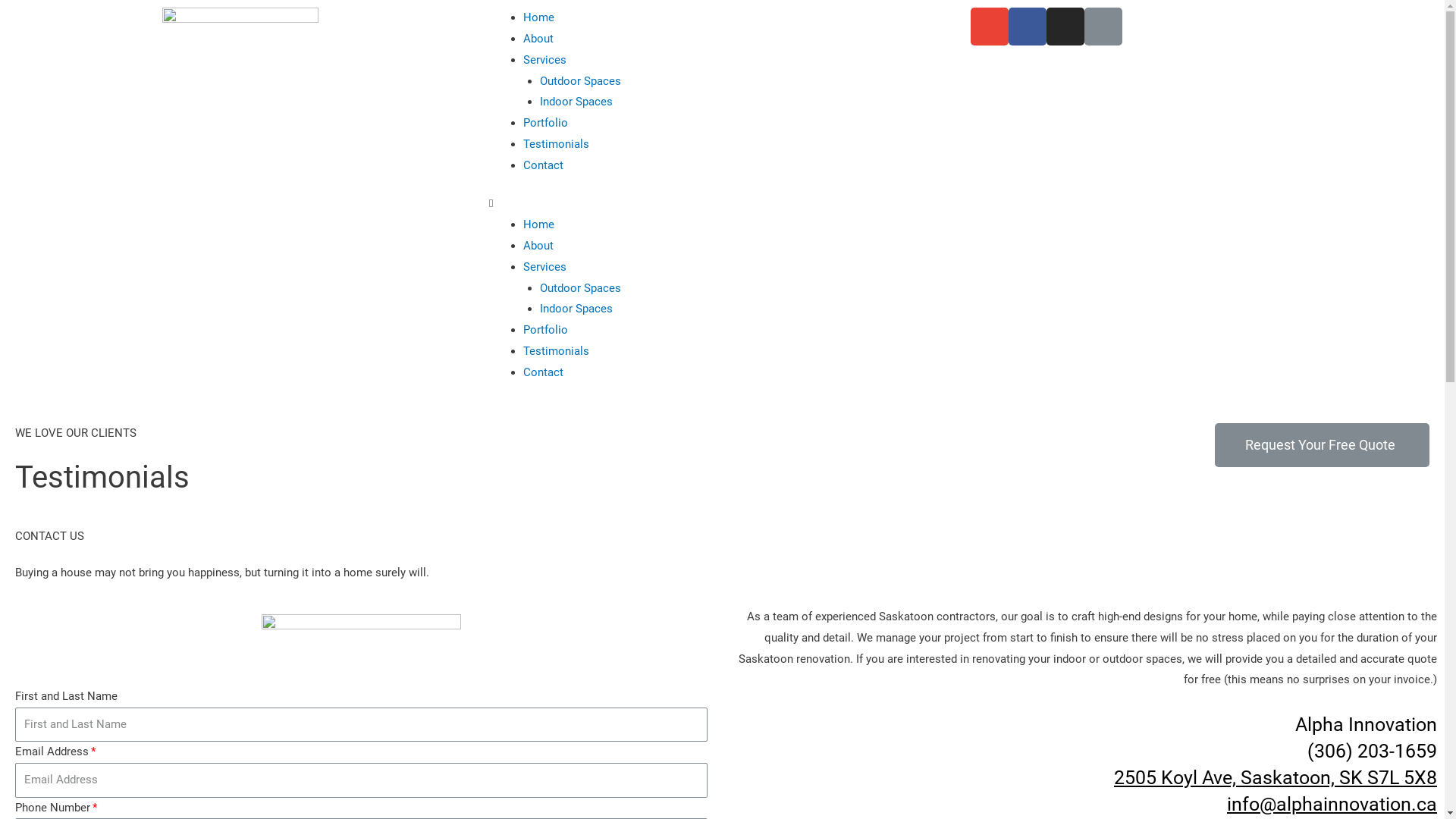 Image resolution: width=1456 pixels, height=819 pixels. I want to click on 'Testimonials', so click(555, 143).